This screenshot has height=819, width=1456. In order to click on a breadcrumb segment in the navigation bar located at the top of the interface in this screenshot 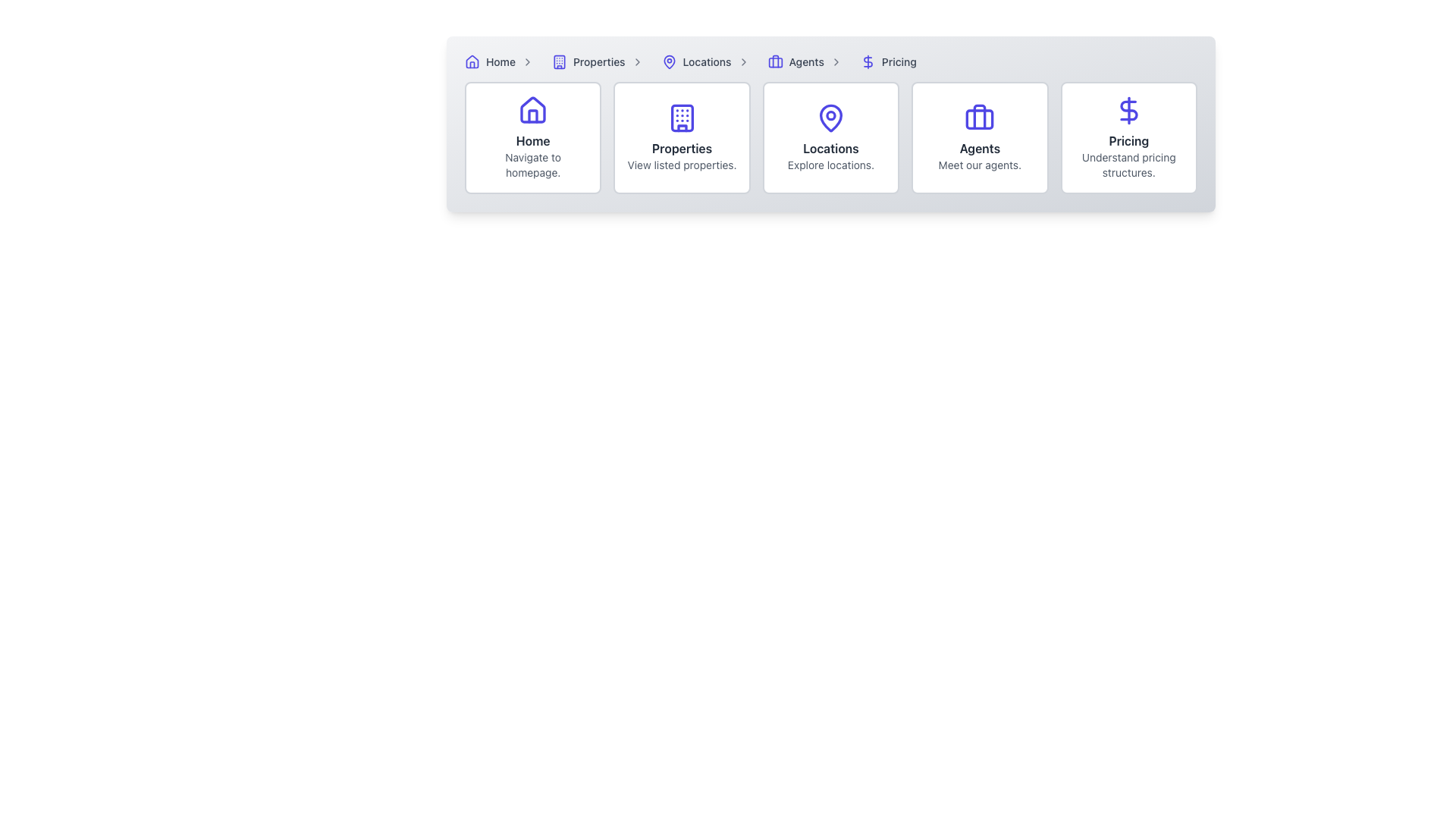, I will do `click(830, 61)`.